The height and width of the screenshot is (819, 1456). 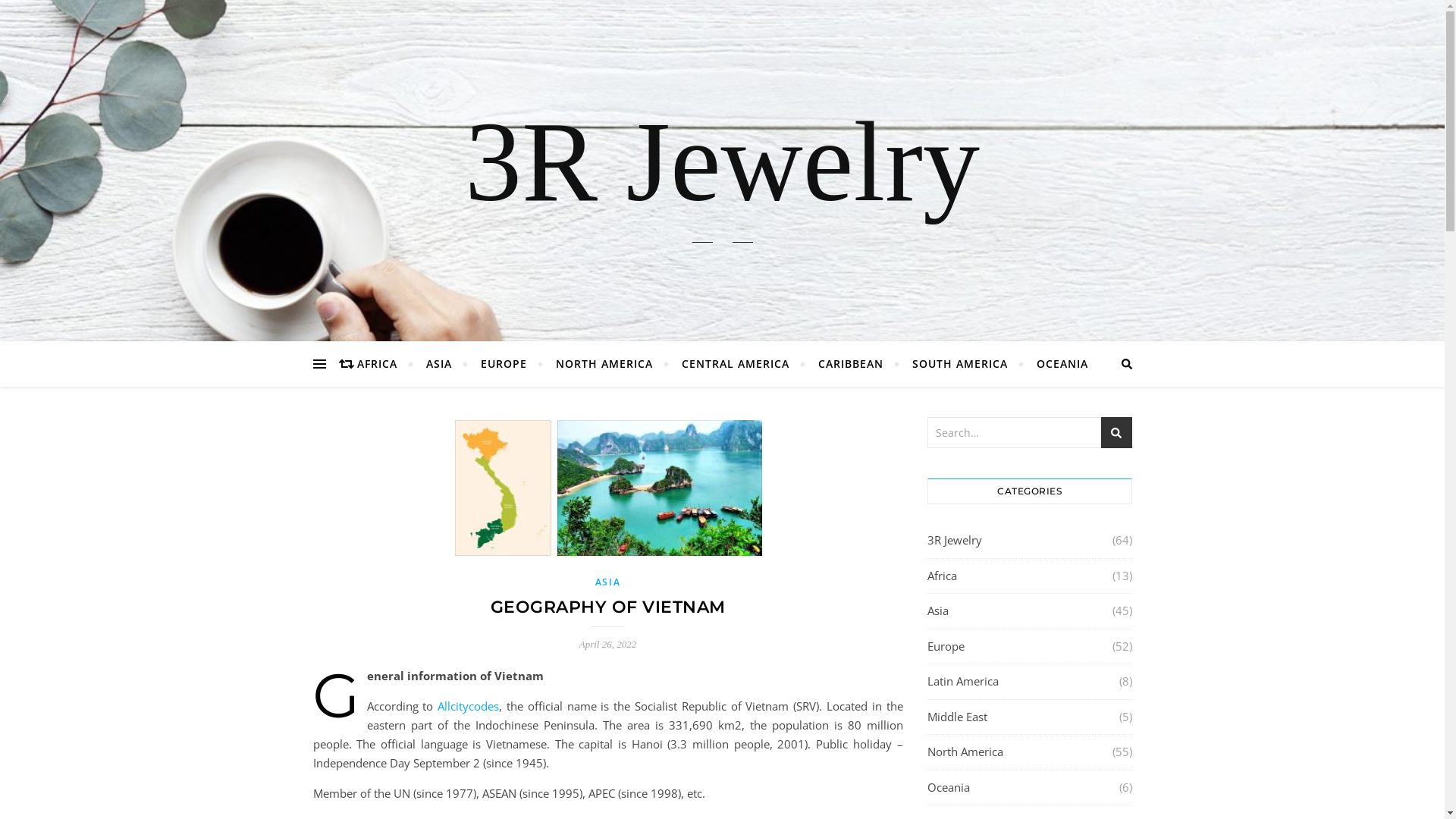 I want to click on 'Allcitycodes', so click(x=467, y=705).